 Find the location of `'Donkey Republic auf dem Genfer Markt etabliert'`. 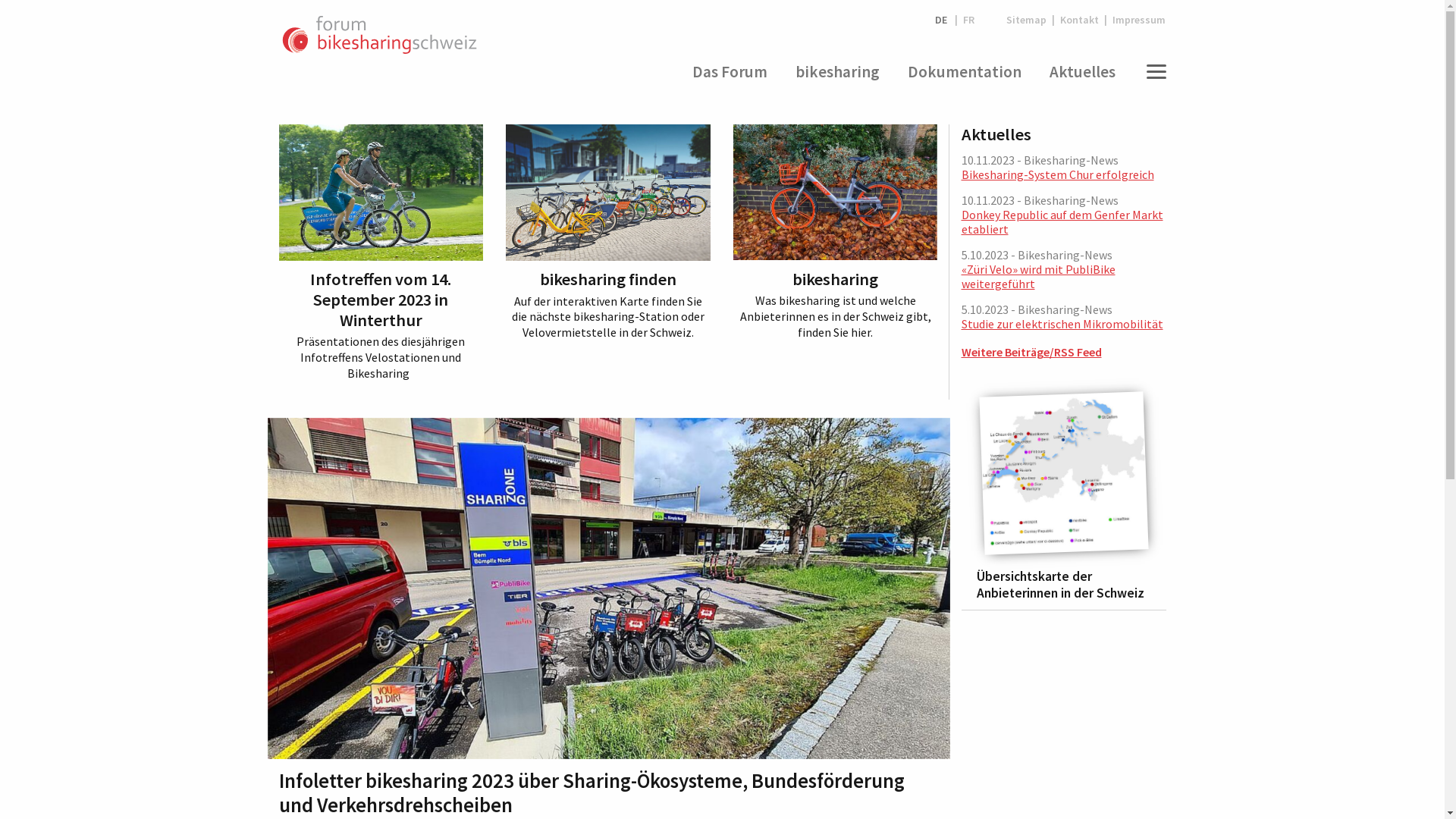

'Donkey Republic auf dem Genfer Markt etabliert' is located at coordinates (1062, 221).